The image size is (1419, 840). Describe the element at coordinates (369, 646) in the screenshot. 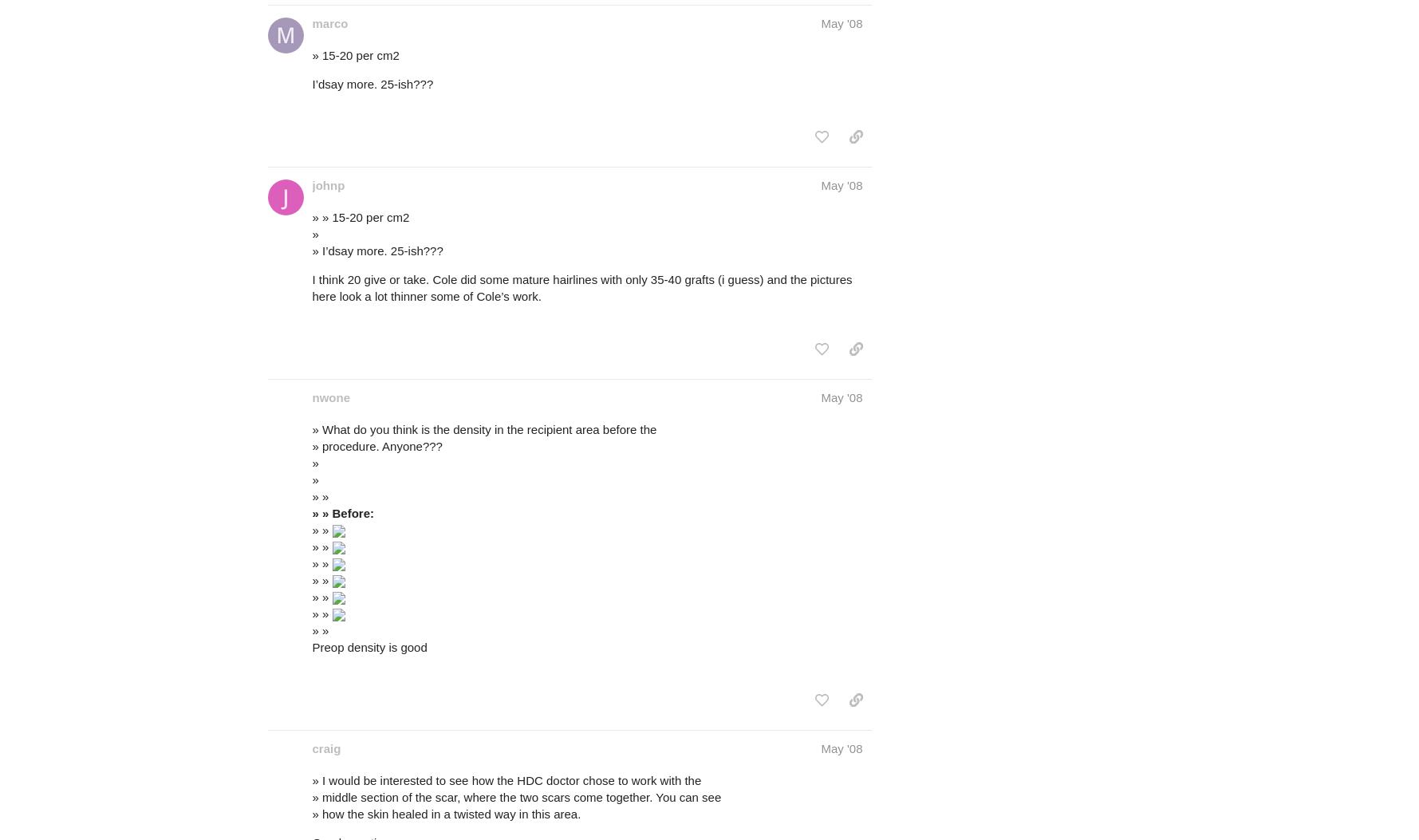

I see `'Preop density is good'` at that location.